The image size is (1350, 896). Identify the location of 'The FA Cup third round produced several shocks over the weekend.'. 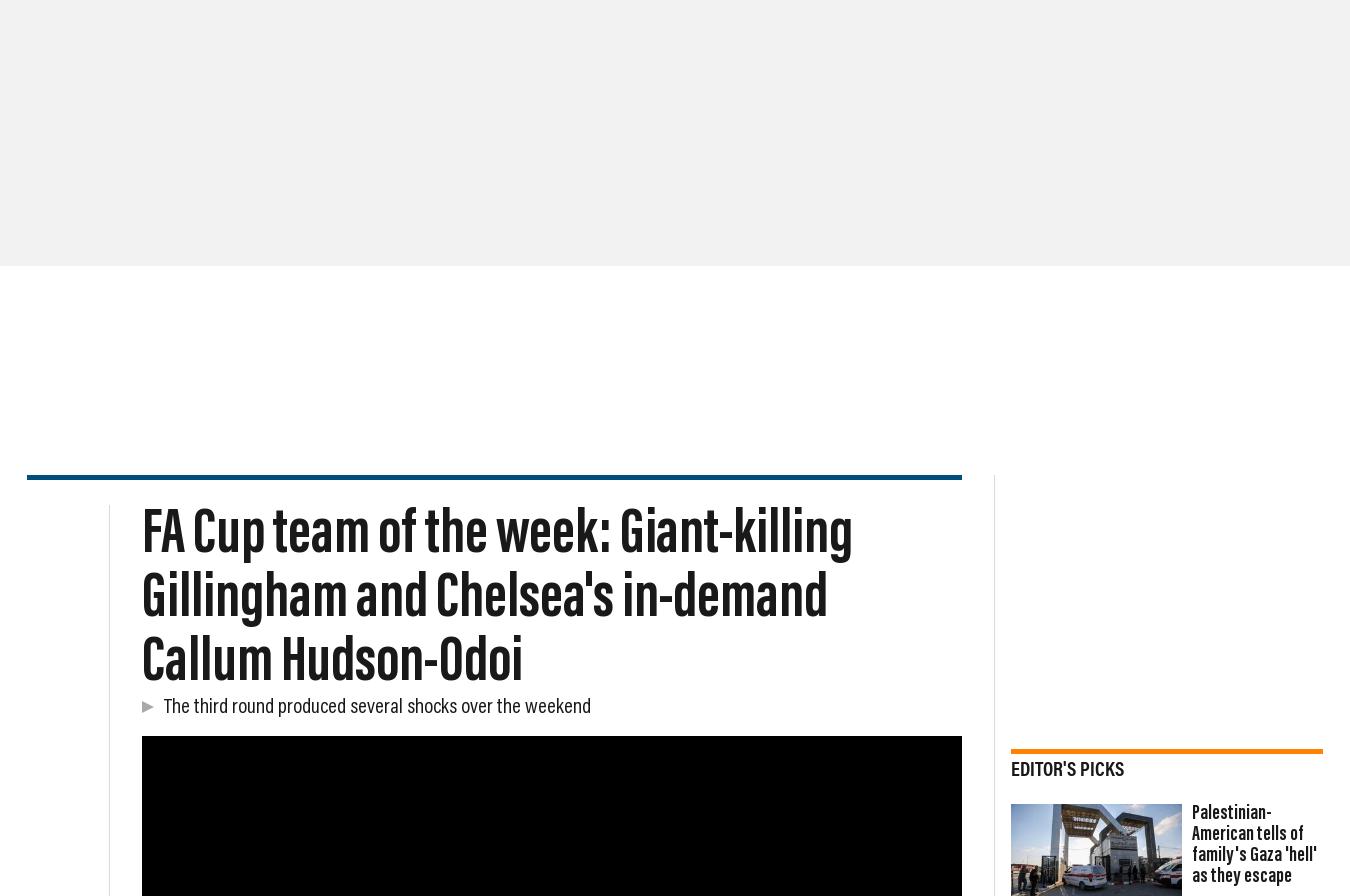
(142, 589).